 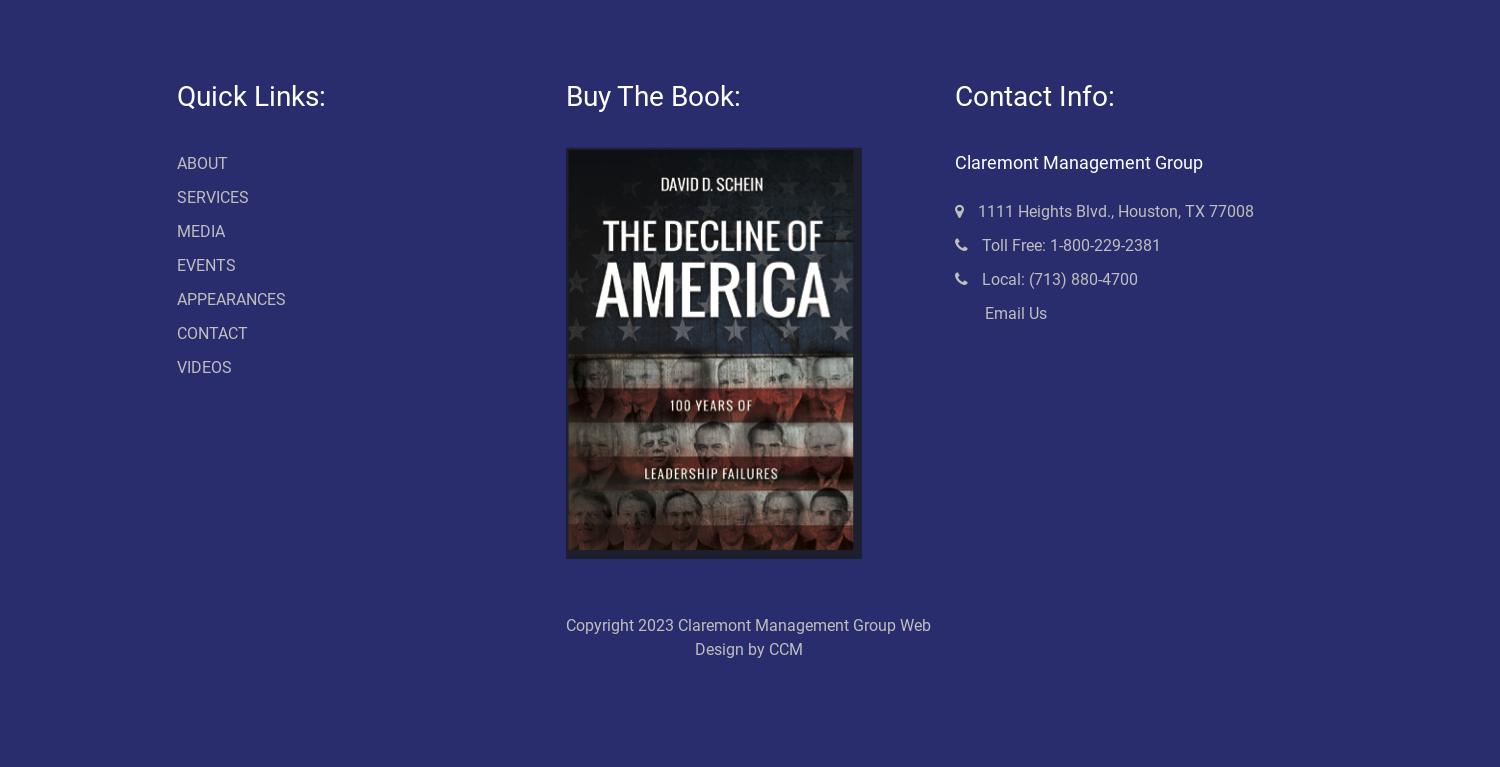 I want to click on 'Local: (713) 880-4700', so click(x=1057, y=278).